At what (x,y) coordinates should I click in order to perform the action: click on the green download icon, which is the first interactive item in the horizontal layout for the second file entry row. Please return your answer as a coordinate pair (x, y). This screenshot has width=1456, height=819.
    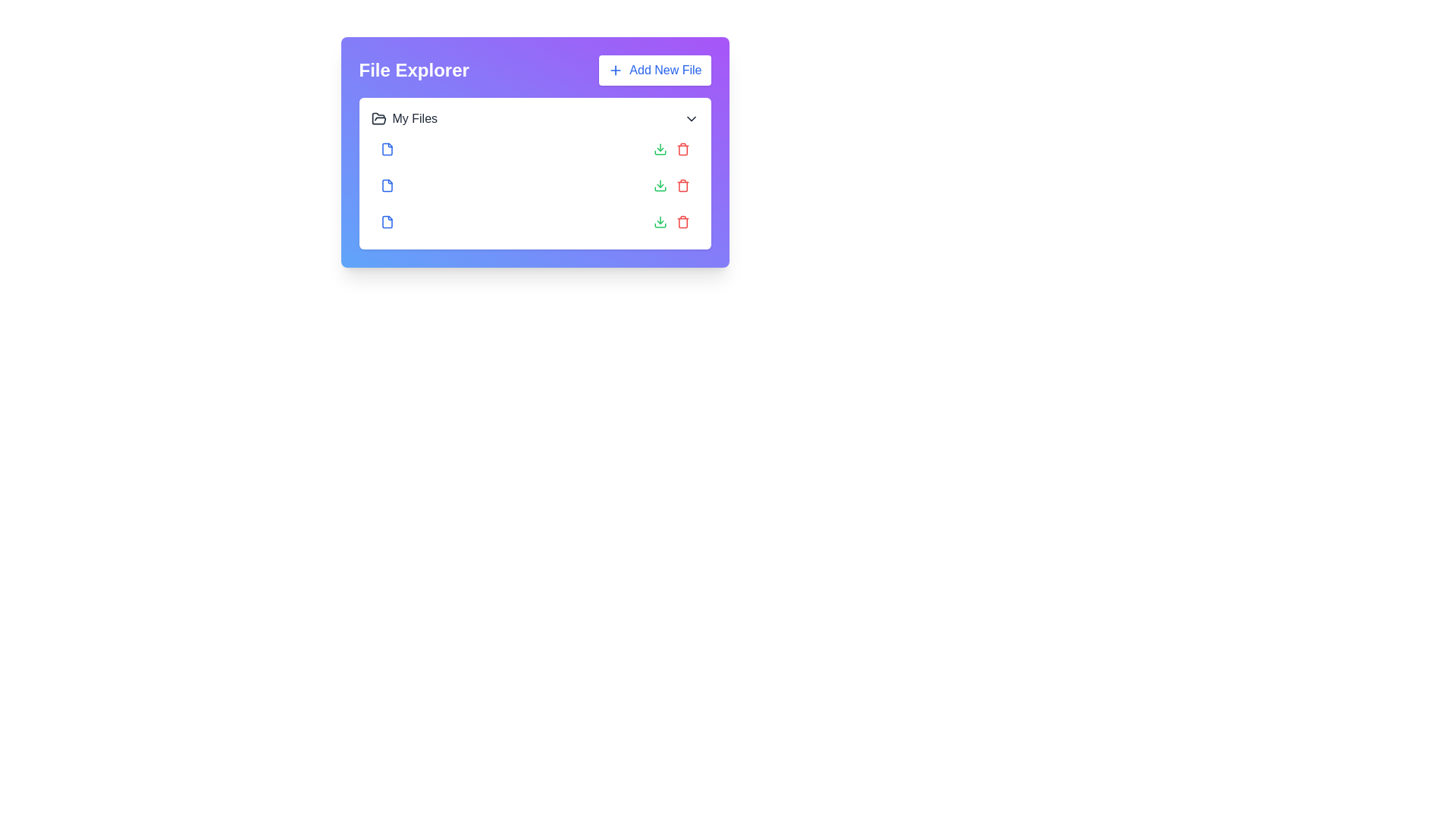
    Looking at the image, I should click on (660, 222).